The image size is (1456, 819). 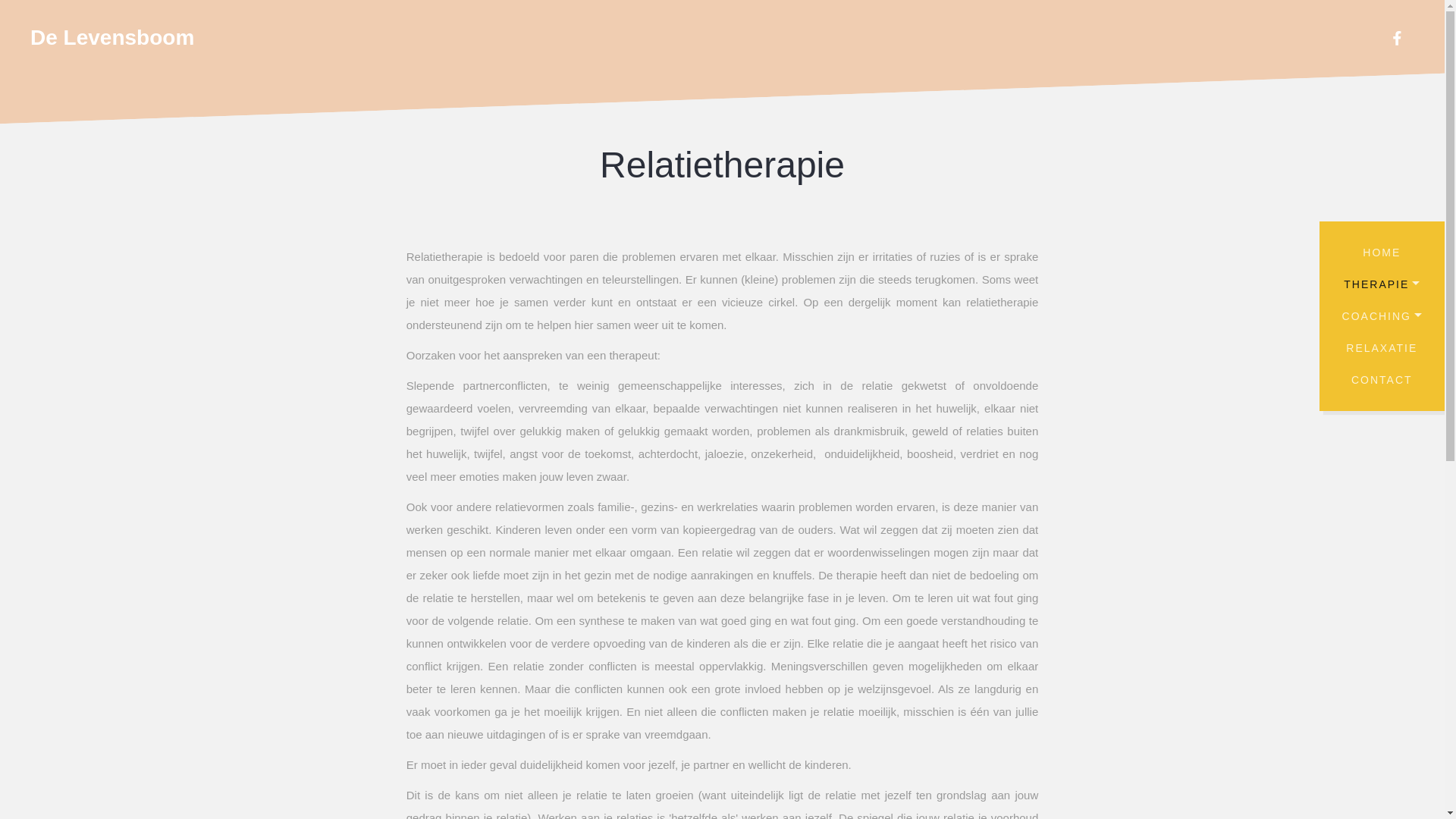 I want to click on 'HOME', so click(x=1382, y=251).